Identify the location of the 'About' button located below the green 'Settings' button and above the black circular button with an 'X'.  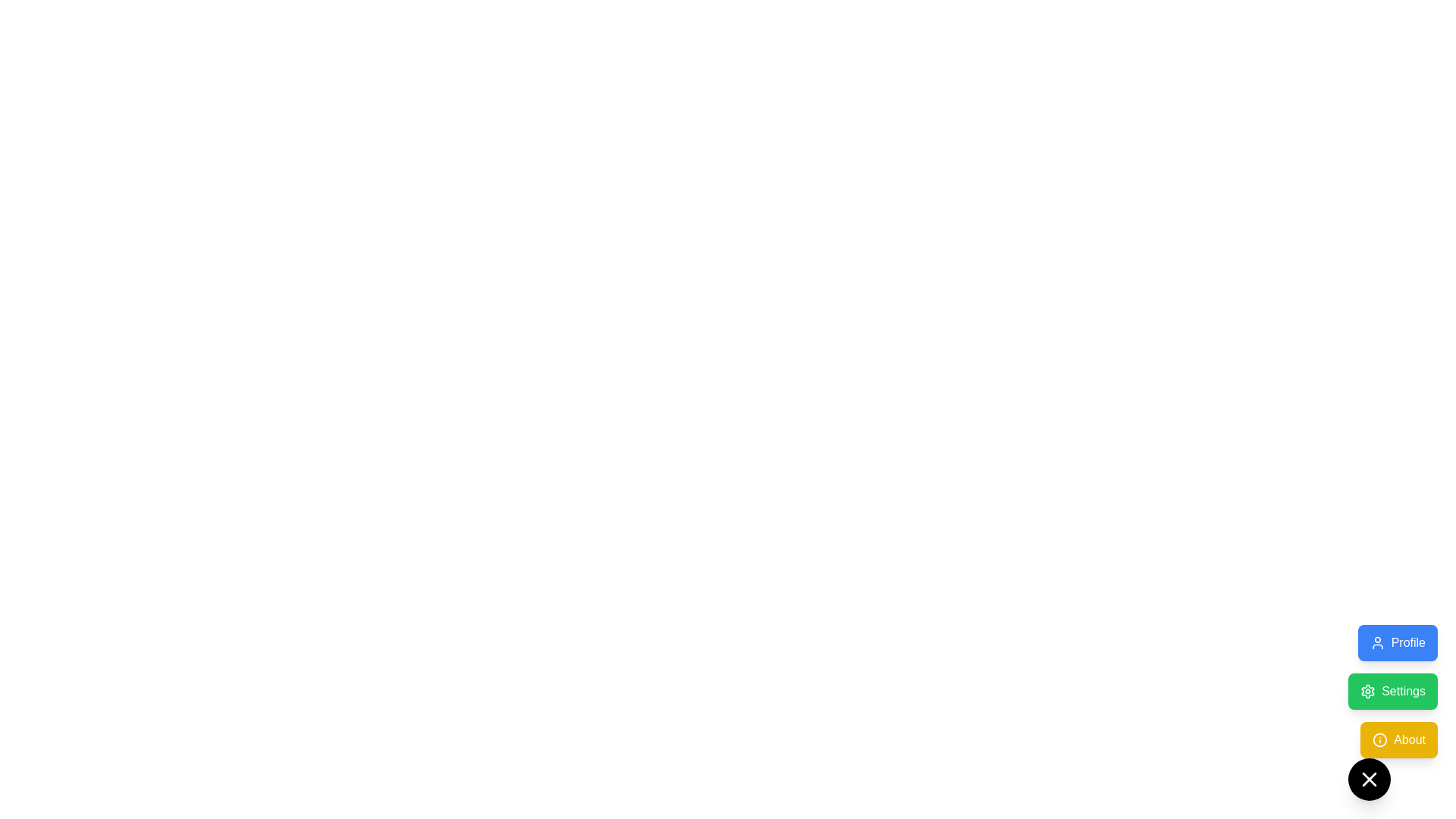
(1398, 739).